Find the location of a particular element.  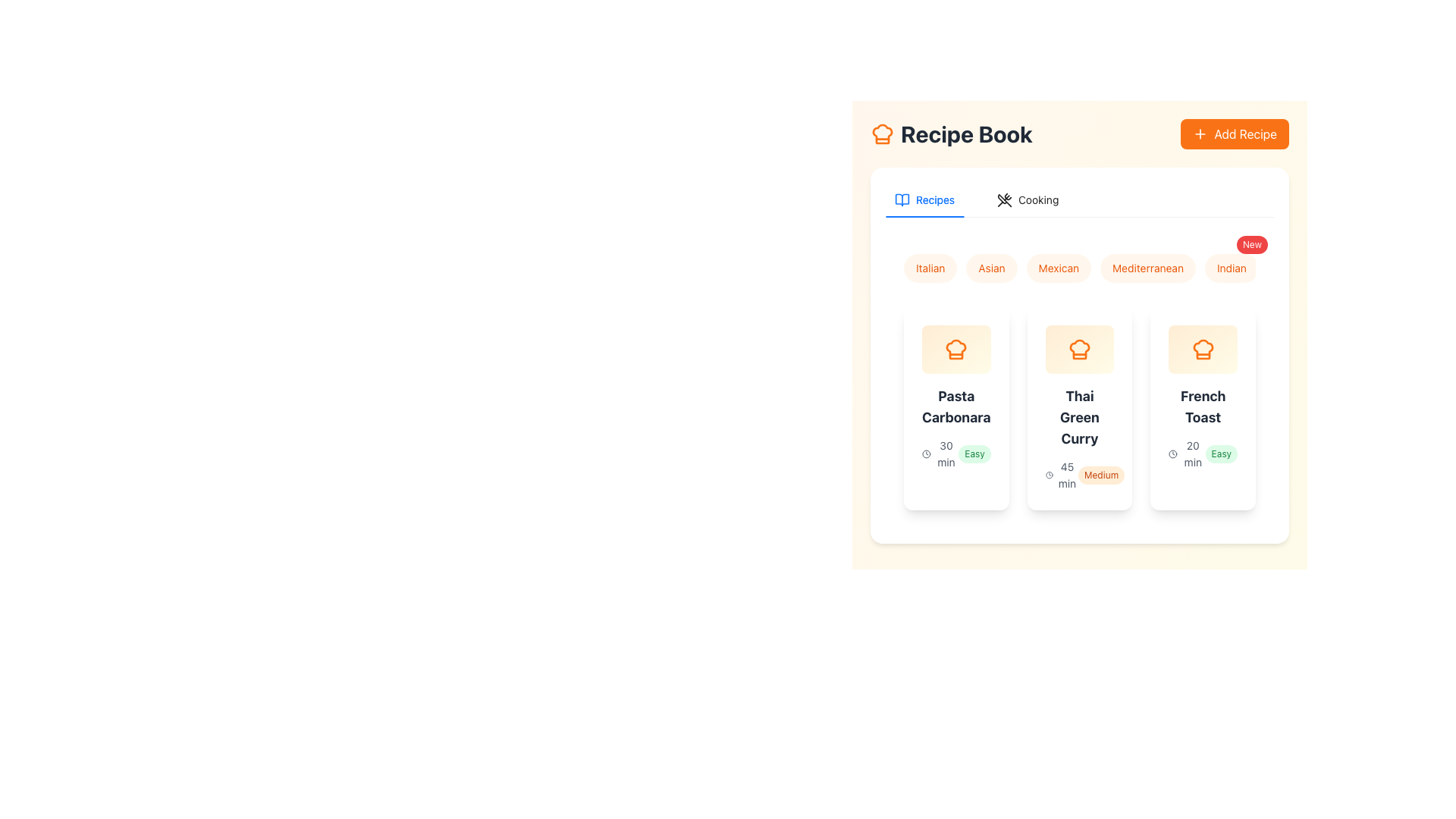

the small clock icon with a minimalistic, thin-line appearance located to the left of the text '45 min' in the recipe card for 'Thai Green Curry' is located at coordinates (1048, 475).